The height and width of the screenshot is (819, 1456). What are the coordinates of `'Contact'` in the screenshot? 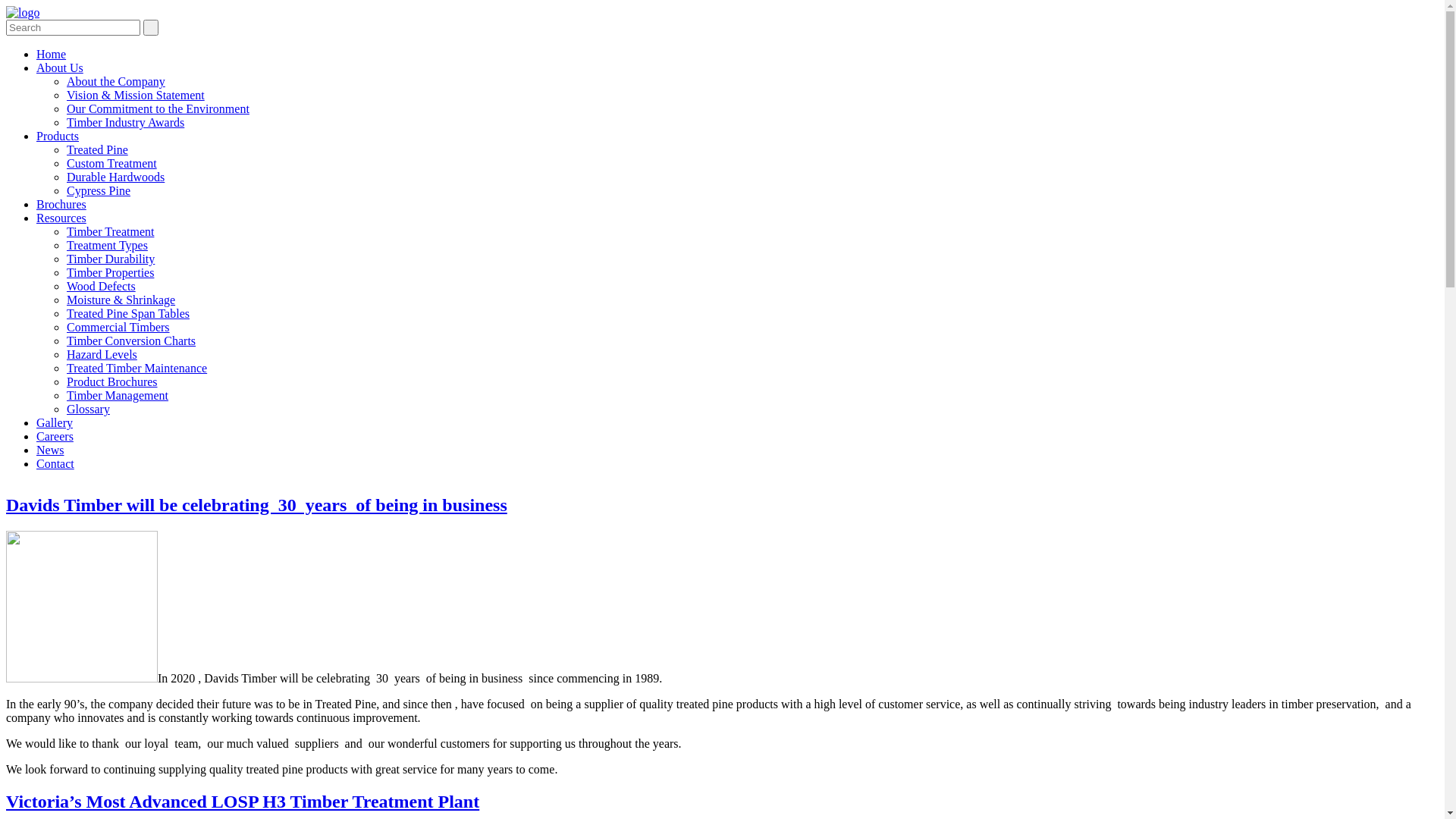 It's located at (55, 463).